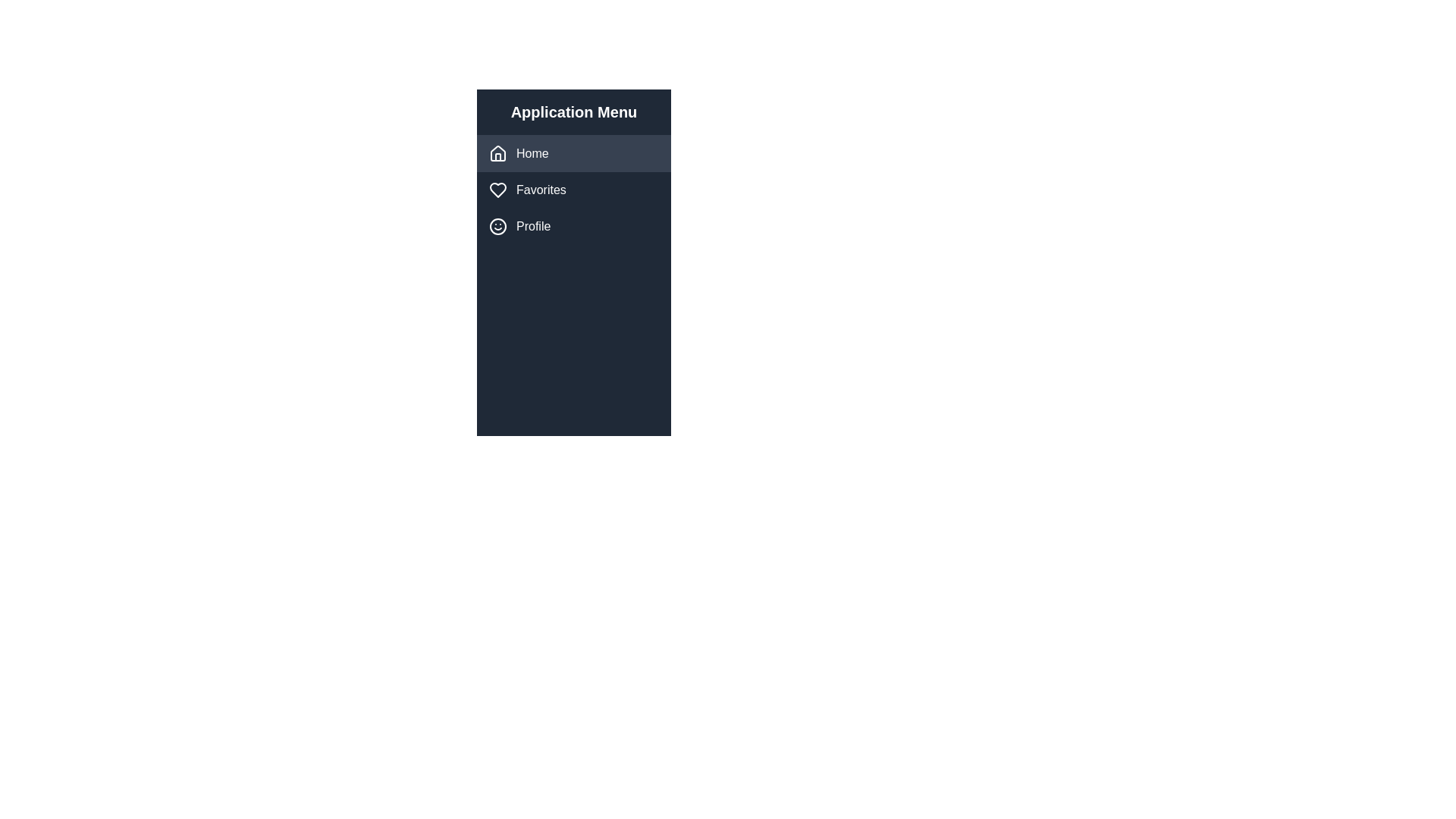 This screenshot has height=819, width=1456. What do you see at coordinates (573, 111) in the screenshot?
I see `the static text header located at the top of the left-hand sidebar, which labels the menu section of the application` at bounding box center [573, 111].